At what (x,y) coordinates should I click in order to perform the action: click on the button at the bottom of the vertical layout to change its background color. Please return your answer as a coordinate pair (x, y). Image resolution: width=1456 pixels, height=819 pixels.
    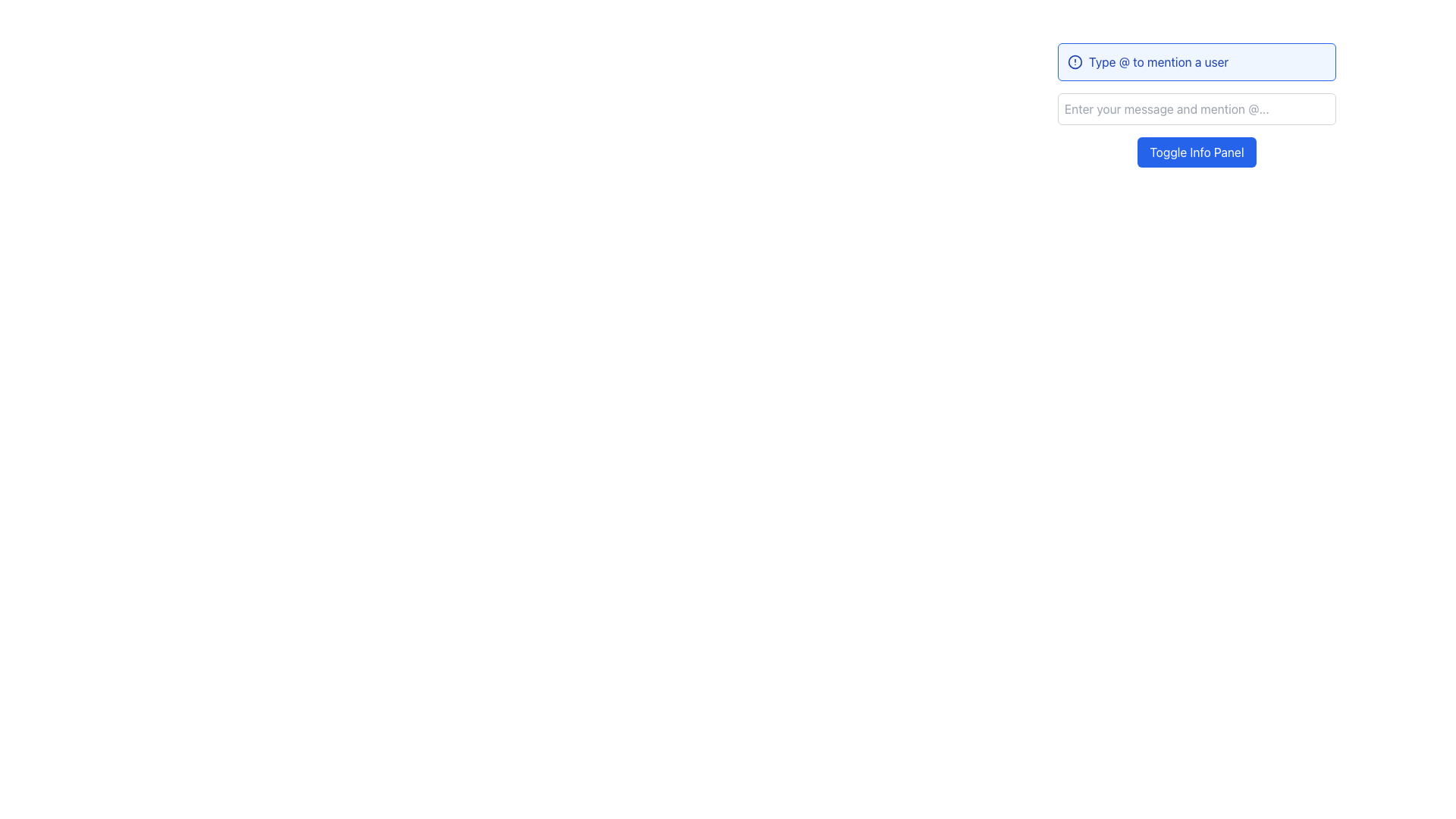
    Looking at the image, I should click on (1196, 152).